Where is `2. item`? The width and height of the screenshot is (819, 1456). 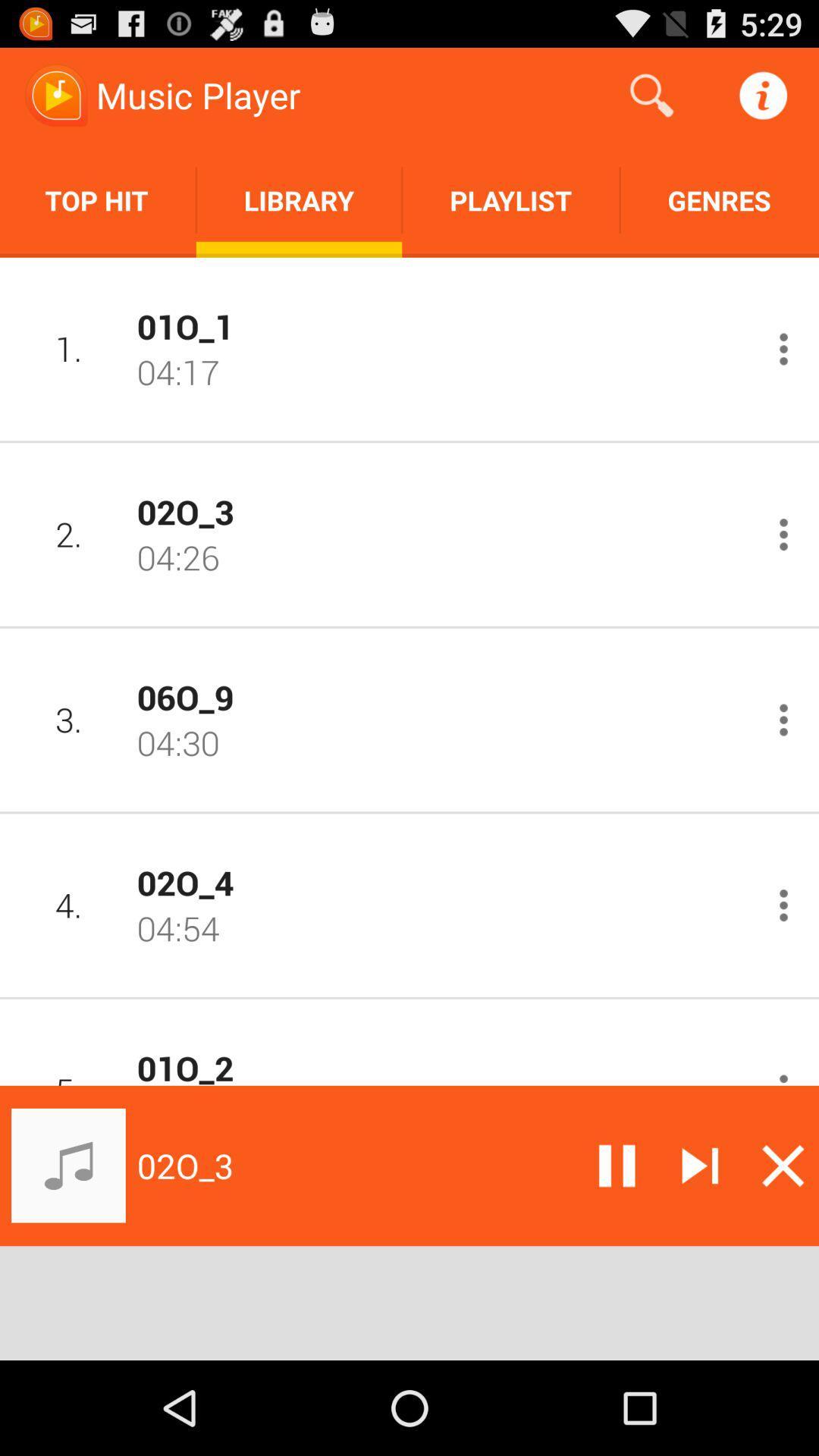 2. item is located at coordinates (68, 534).